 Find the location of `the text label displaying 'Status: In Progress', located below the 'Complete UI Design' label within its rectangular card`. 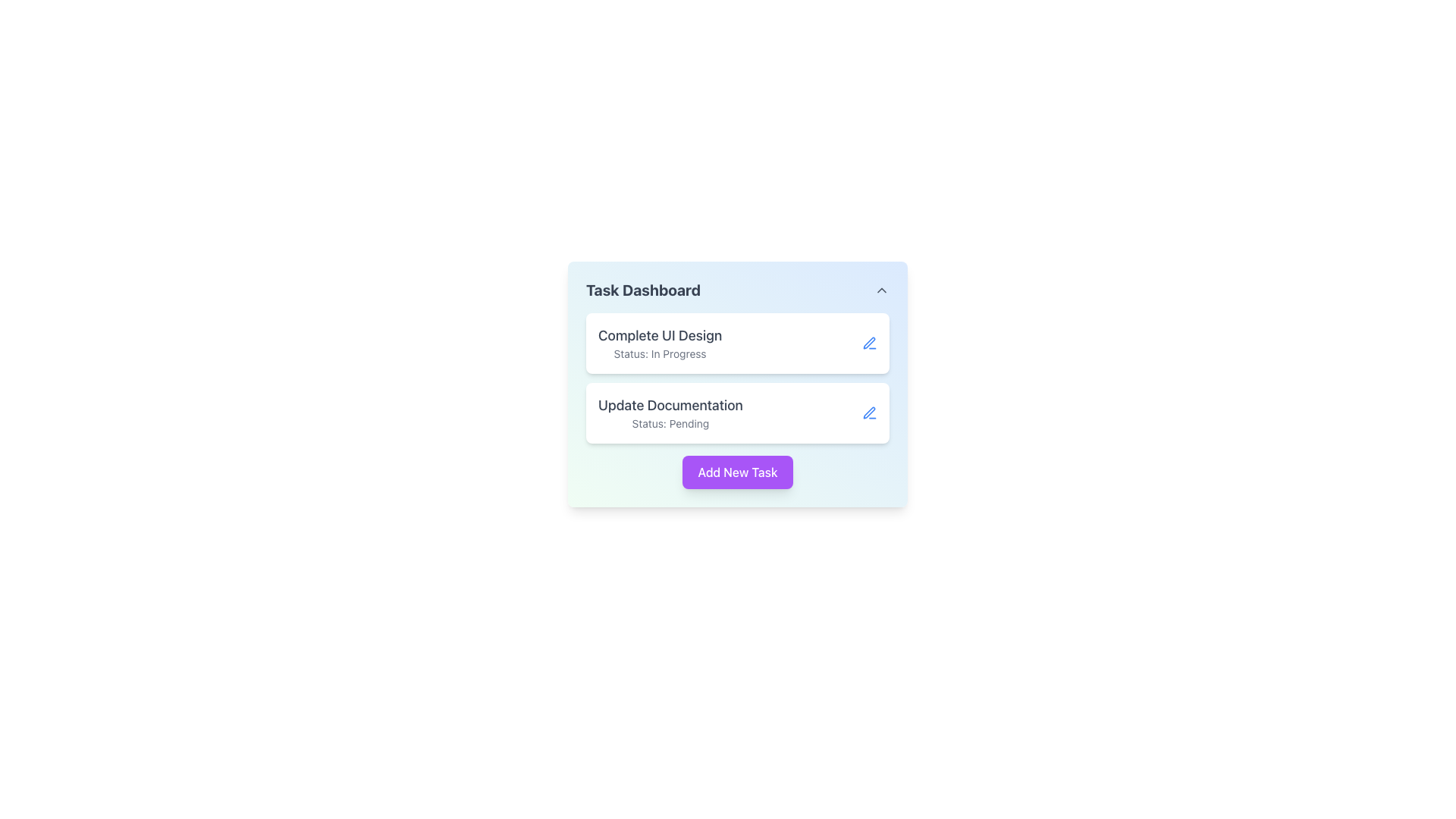

the text label displaying 'Status: In Progress', located below the 'Complete UI Design' label within its rectangular card is located at coordinates (660, 353).